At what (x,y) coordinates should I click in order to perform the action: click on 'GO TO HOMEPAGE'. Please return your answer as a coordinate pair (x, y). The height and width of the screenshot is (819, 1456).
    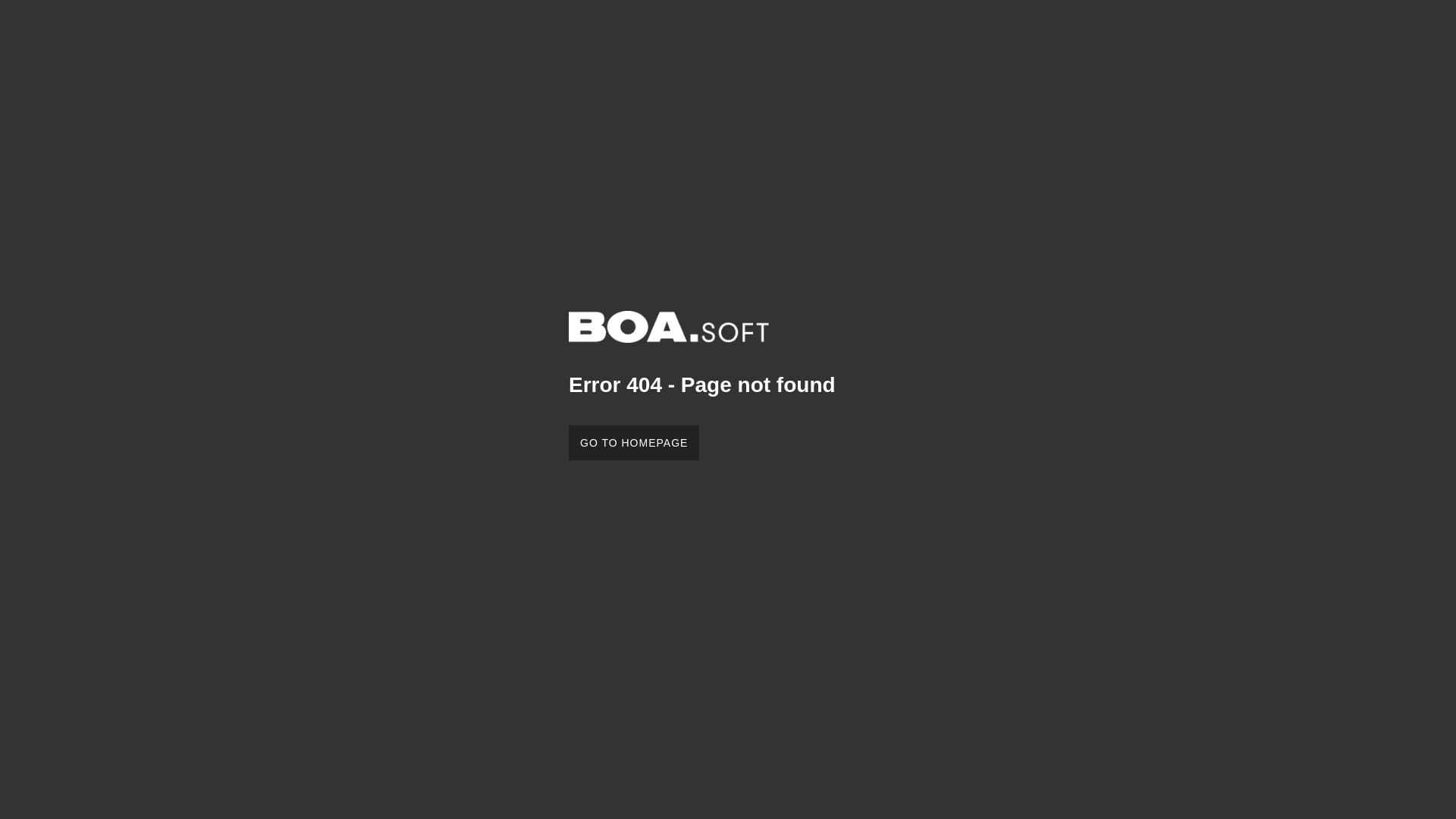
    Looking at the image, I should click on (633, 442).